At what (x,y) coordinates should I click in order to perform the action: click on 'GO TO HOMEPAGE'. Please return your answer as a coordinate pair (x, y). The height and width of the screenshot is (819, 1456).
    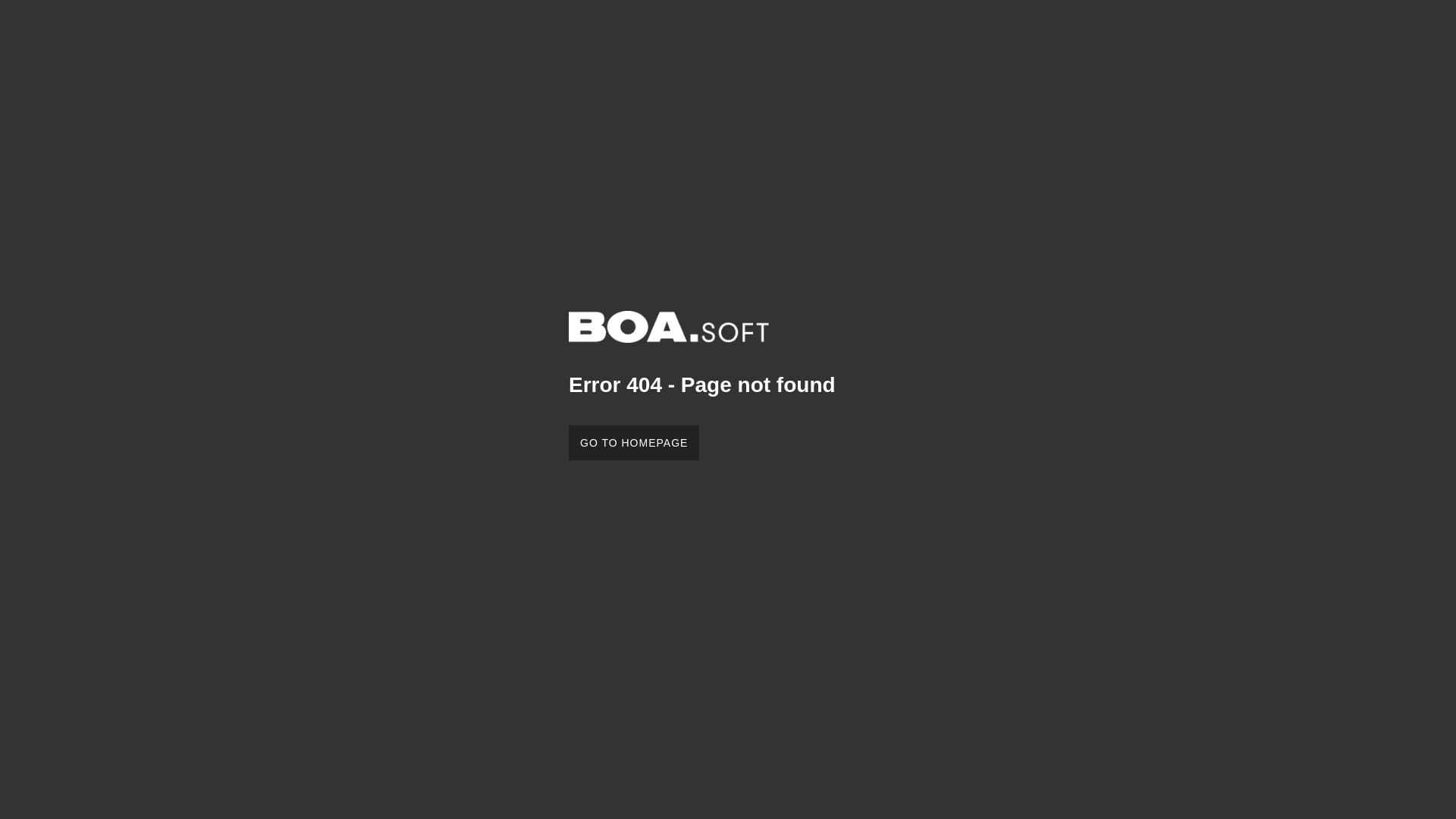
    Looking at the image, I should click on (633, 442).